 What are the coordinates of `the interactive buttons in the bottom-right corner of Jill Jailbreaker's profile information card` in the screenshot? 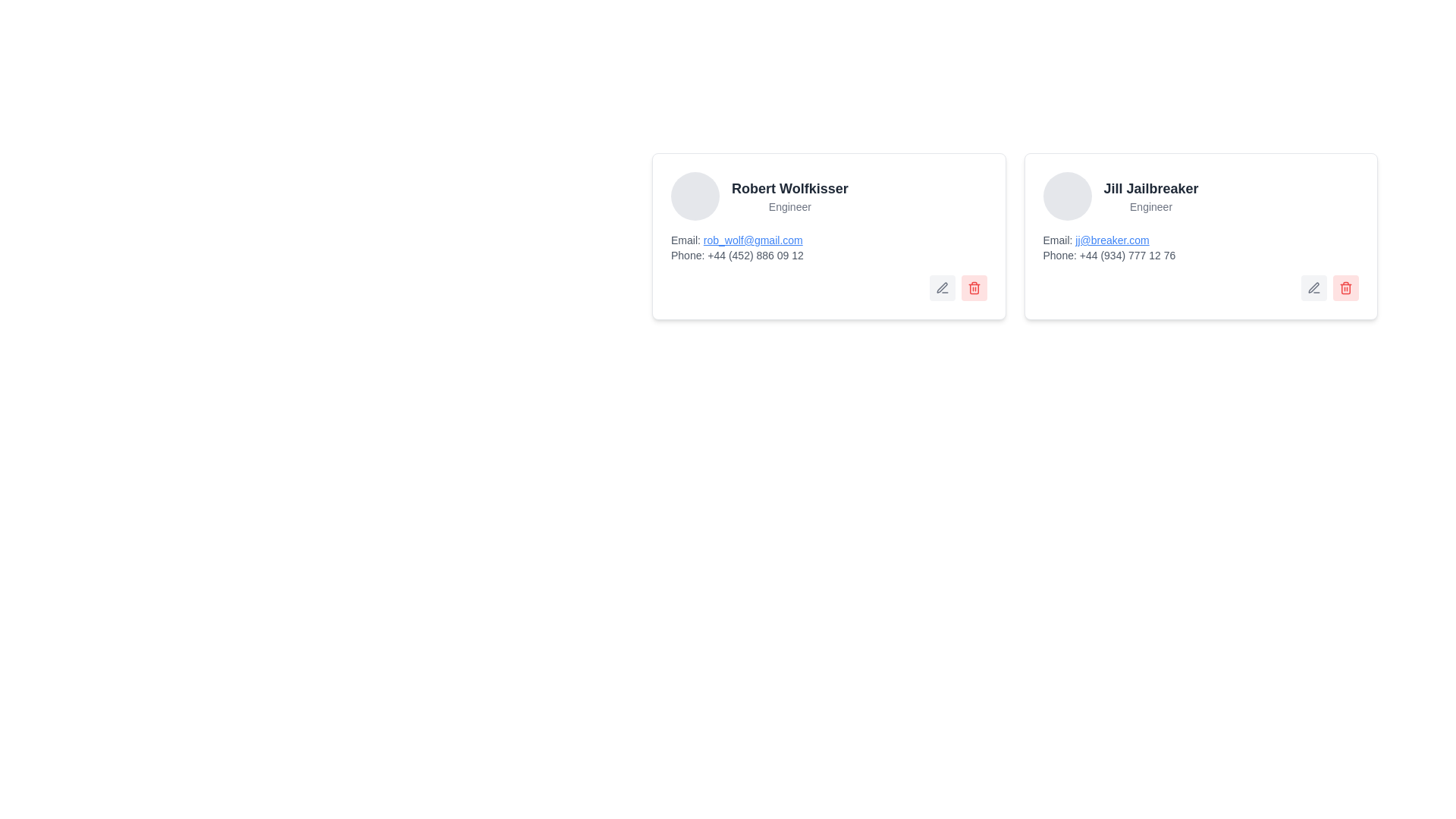 It's located at (1200, 288).